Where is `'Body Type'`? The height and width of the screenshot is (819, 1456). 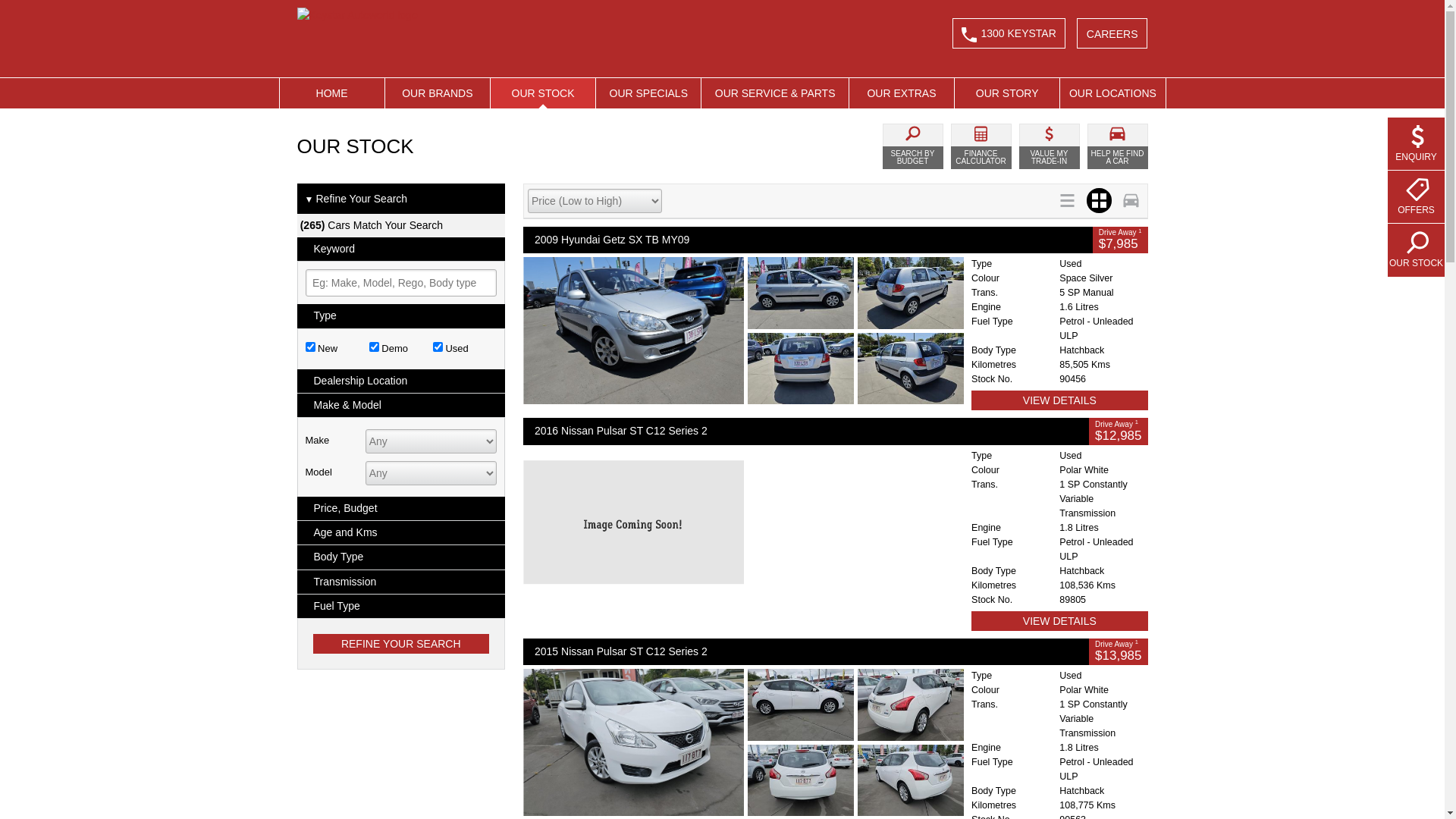 'Body Type' is located at coordinates (297, 557).